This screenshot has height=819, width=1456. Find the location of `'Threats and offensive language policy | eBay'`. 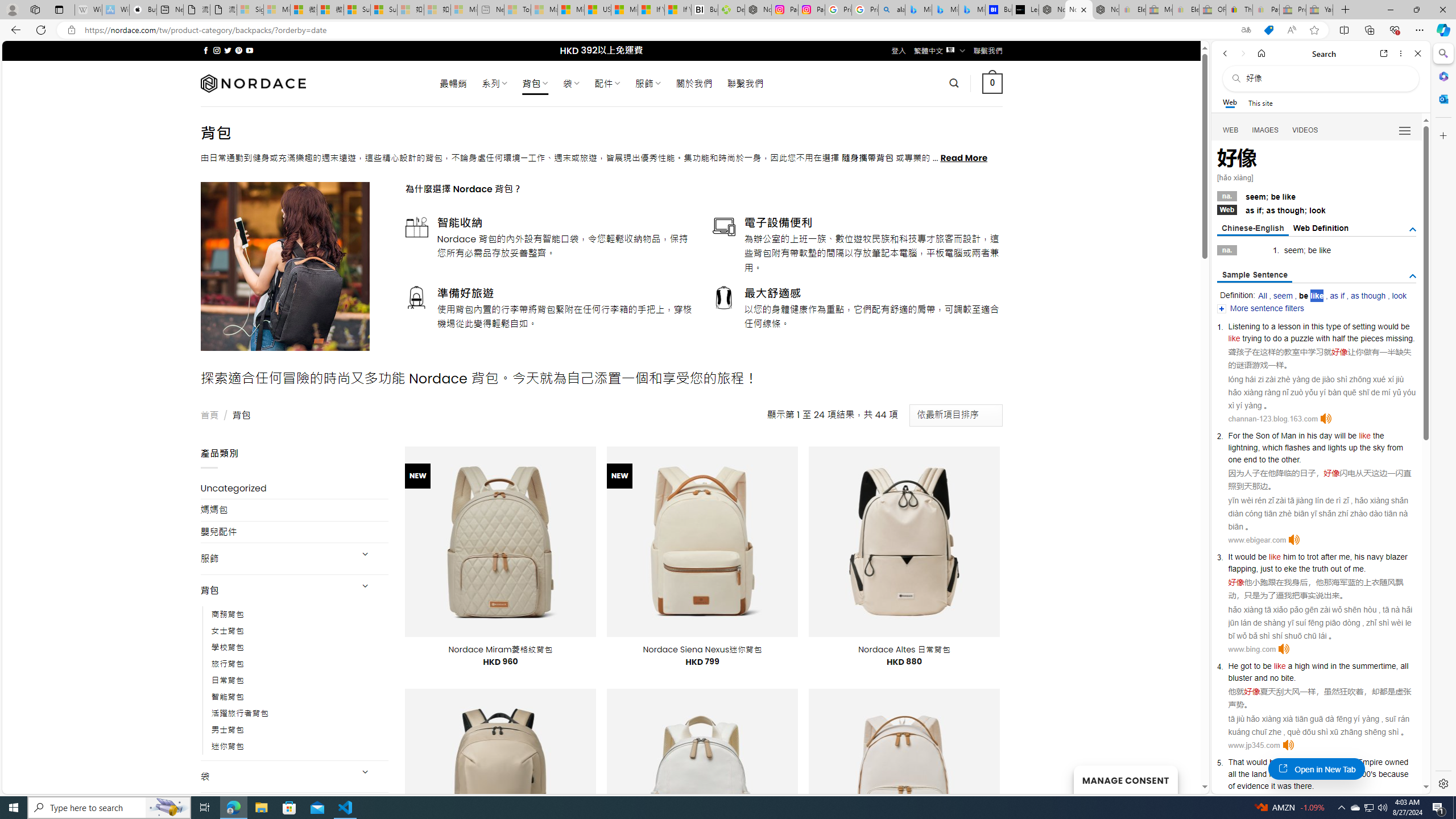

'Threats and offensive language policy | eBay' is located at coordinates (1239, 9).